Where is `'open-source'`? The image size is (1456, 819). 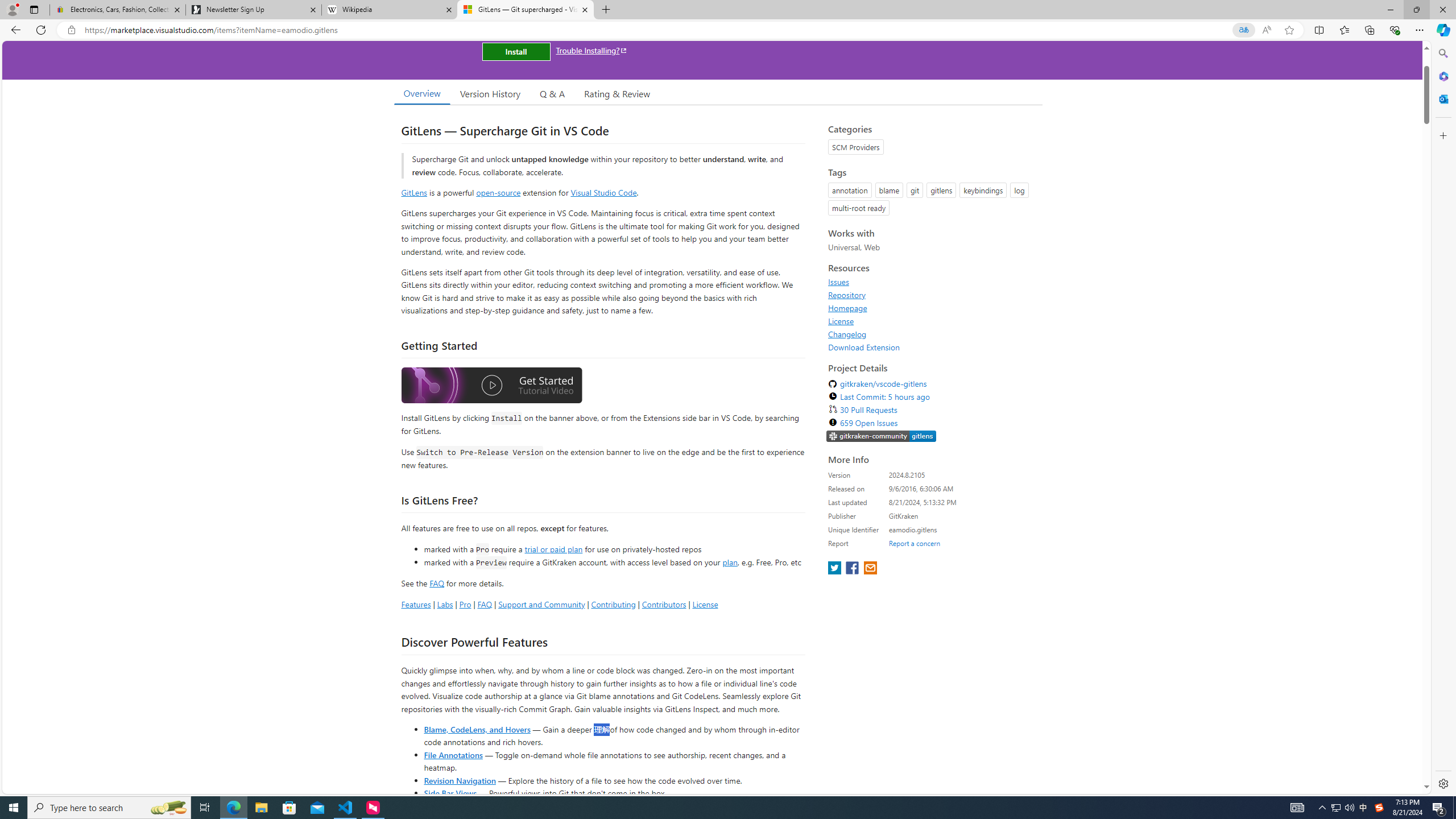 'open-source' is located at coordinates (498, 192).